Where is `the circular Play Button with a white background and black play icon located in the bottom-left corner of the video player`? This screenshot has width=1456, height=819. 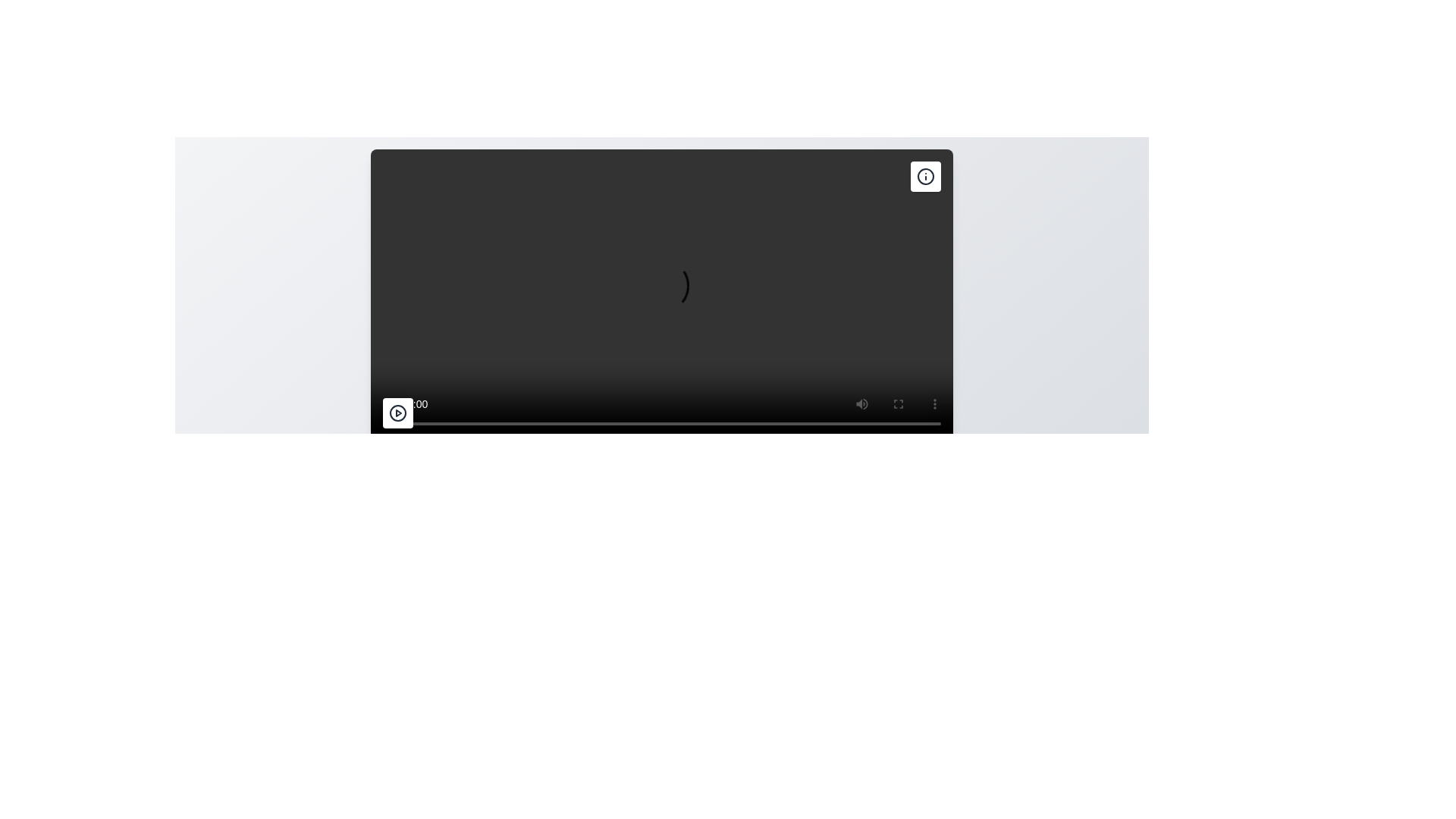
the circular Play Button with a white background and black play icon located in the bottom-left corner of the video player is located at coordinates (397, 413).